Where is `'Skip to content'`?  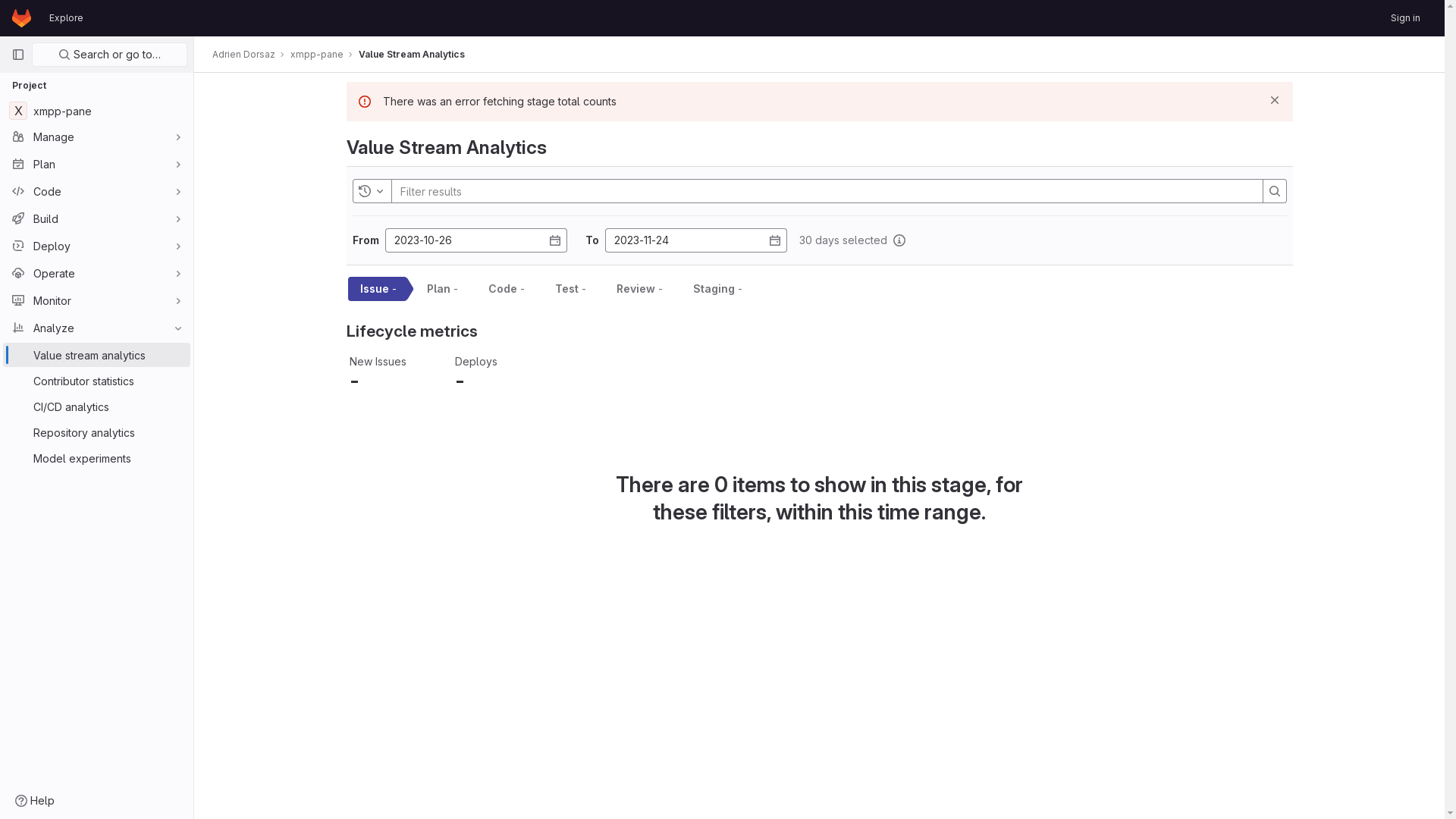 'Skip to content' is located at coordinates (11, 18).